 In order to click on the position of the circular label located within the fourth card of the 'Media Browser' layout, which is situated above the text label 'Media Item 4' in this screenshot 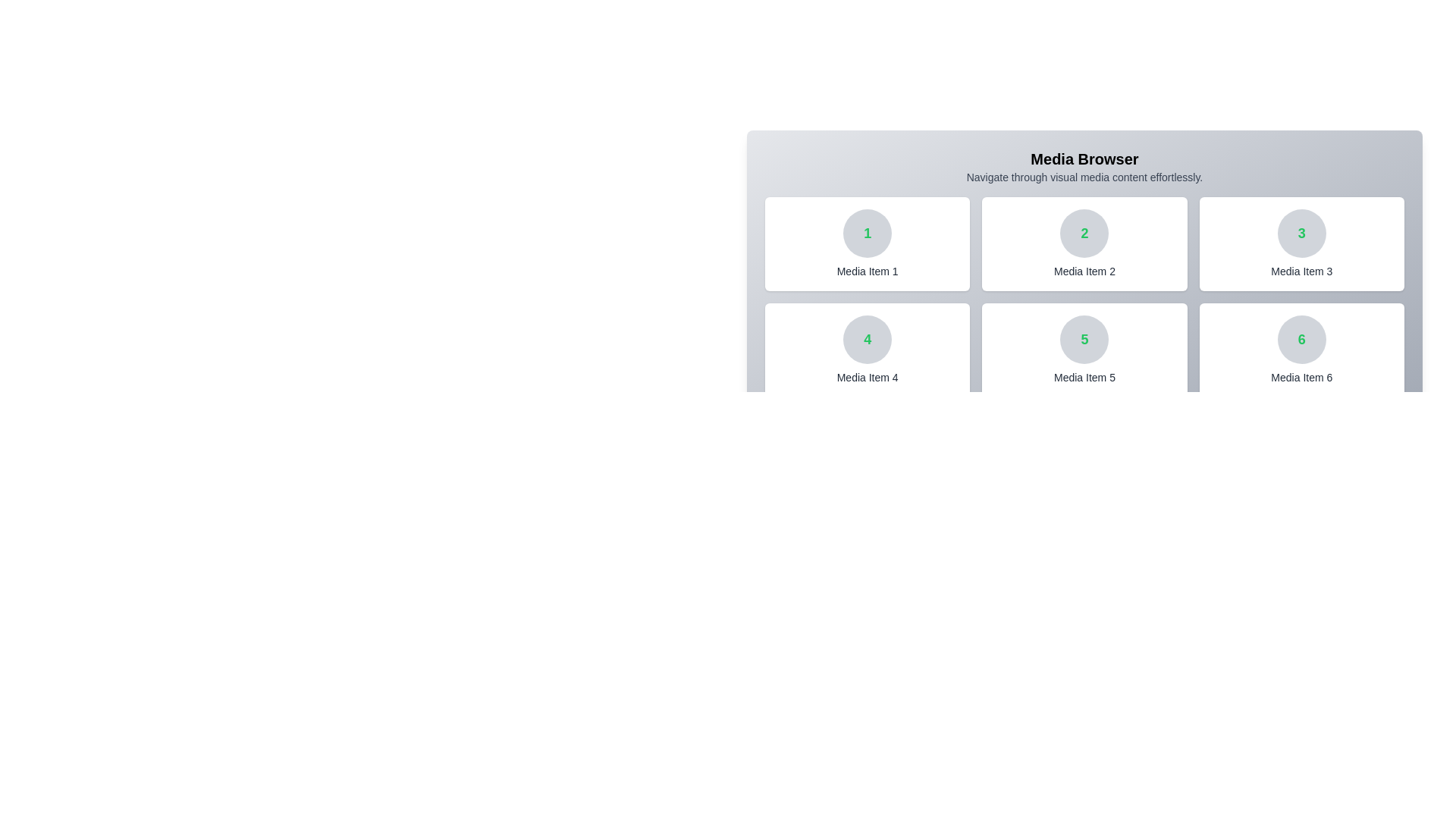, I will do `click(868, 338)`.